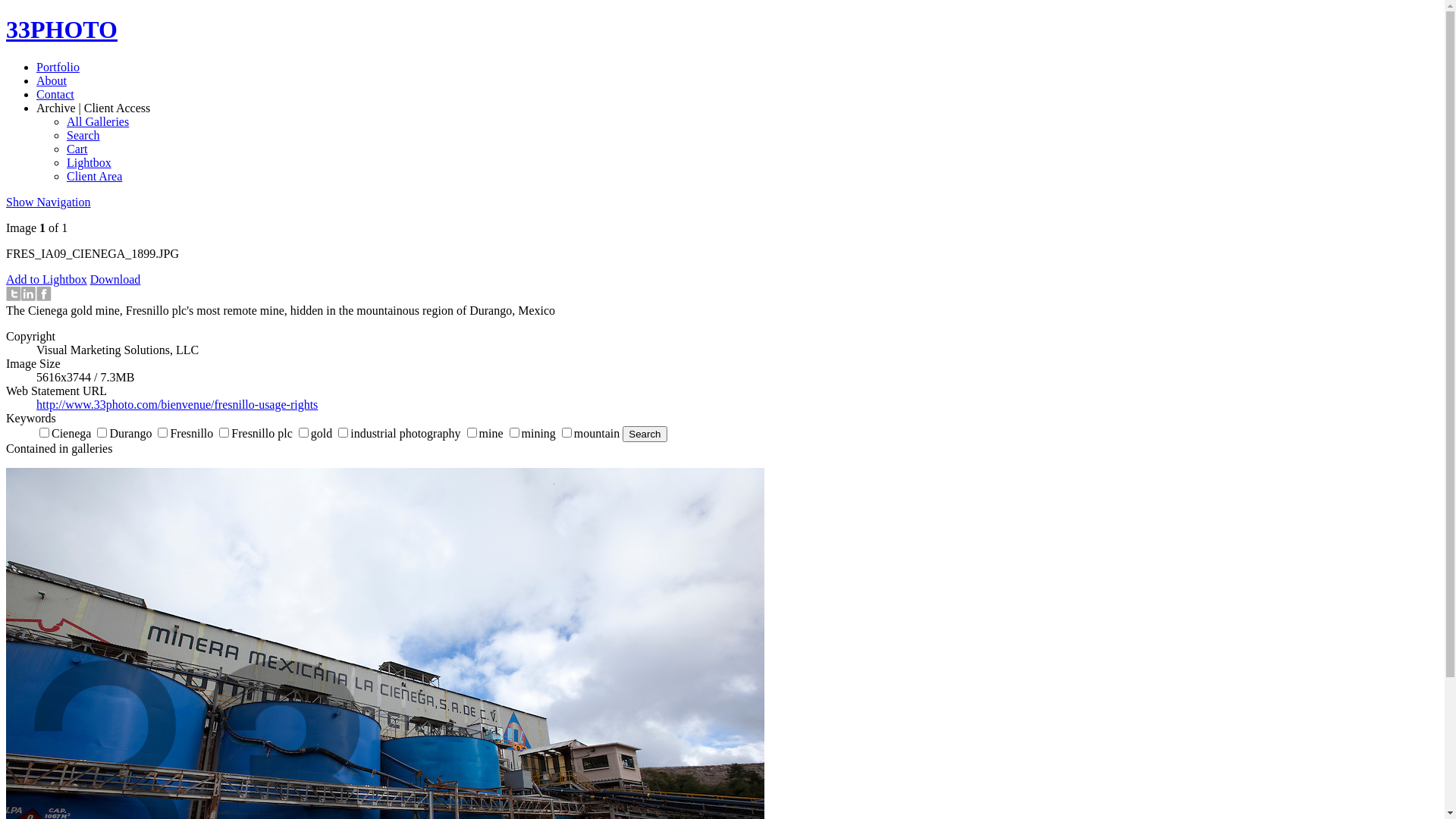  What do you see at coordinates (88, 162) in the screenshot?
I see `'Lightbox'` at bounding box center [88, 162].